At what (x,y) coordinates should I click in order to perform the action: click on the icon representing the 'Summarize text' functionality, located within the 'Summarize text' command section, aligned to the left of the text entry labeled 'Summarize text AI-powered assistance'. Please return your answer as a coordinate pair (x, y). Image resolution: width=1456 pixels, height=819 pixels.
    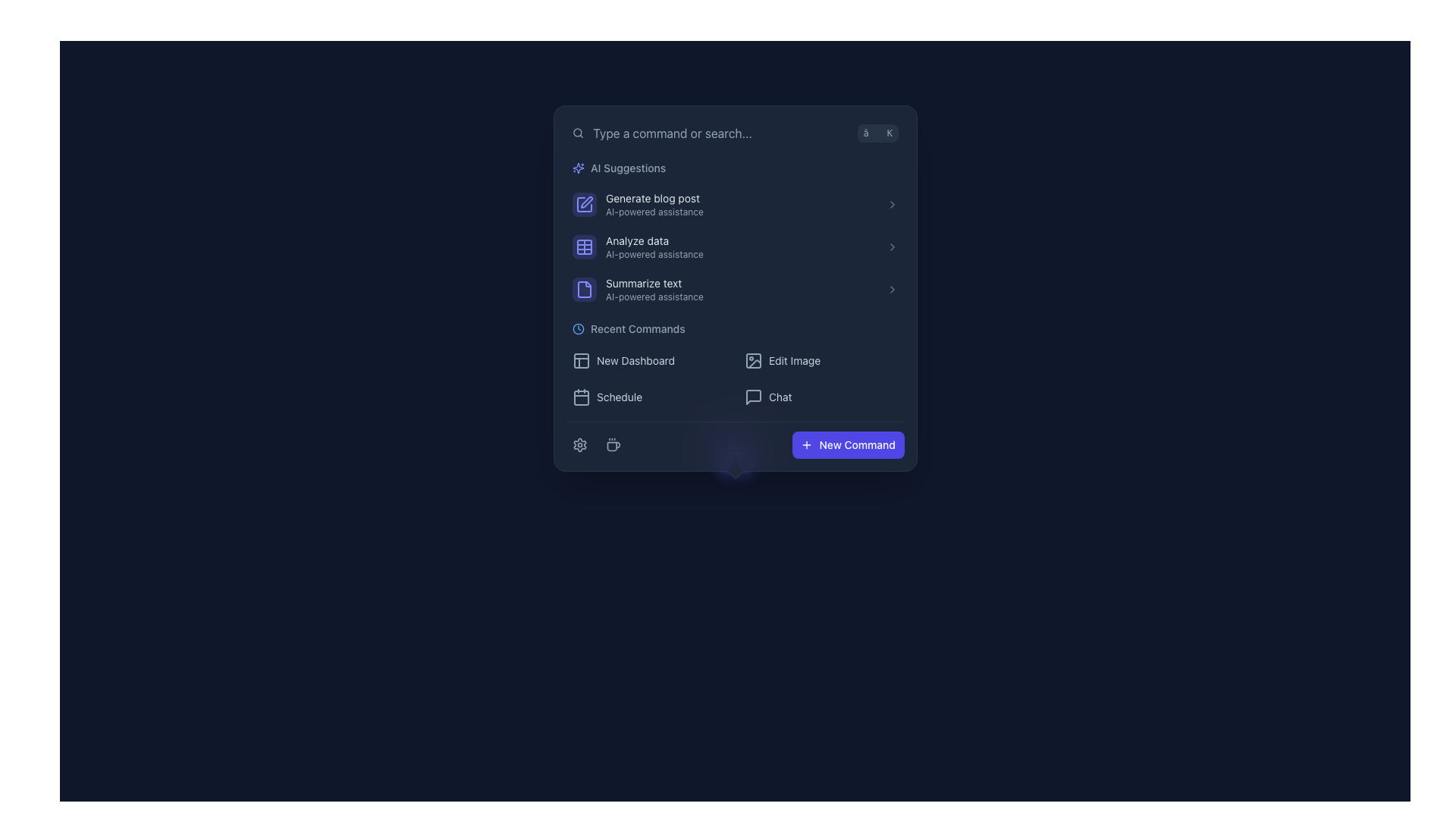
    Looking at the image, I should click on (583, 289).